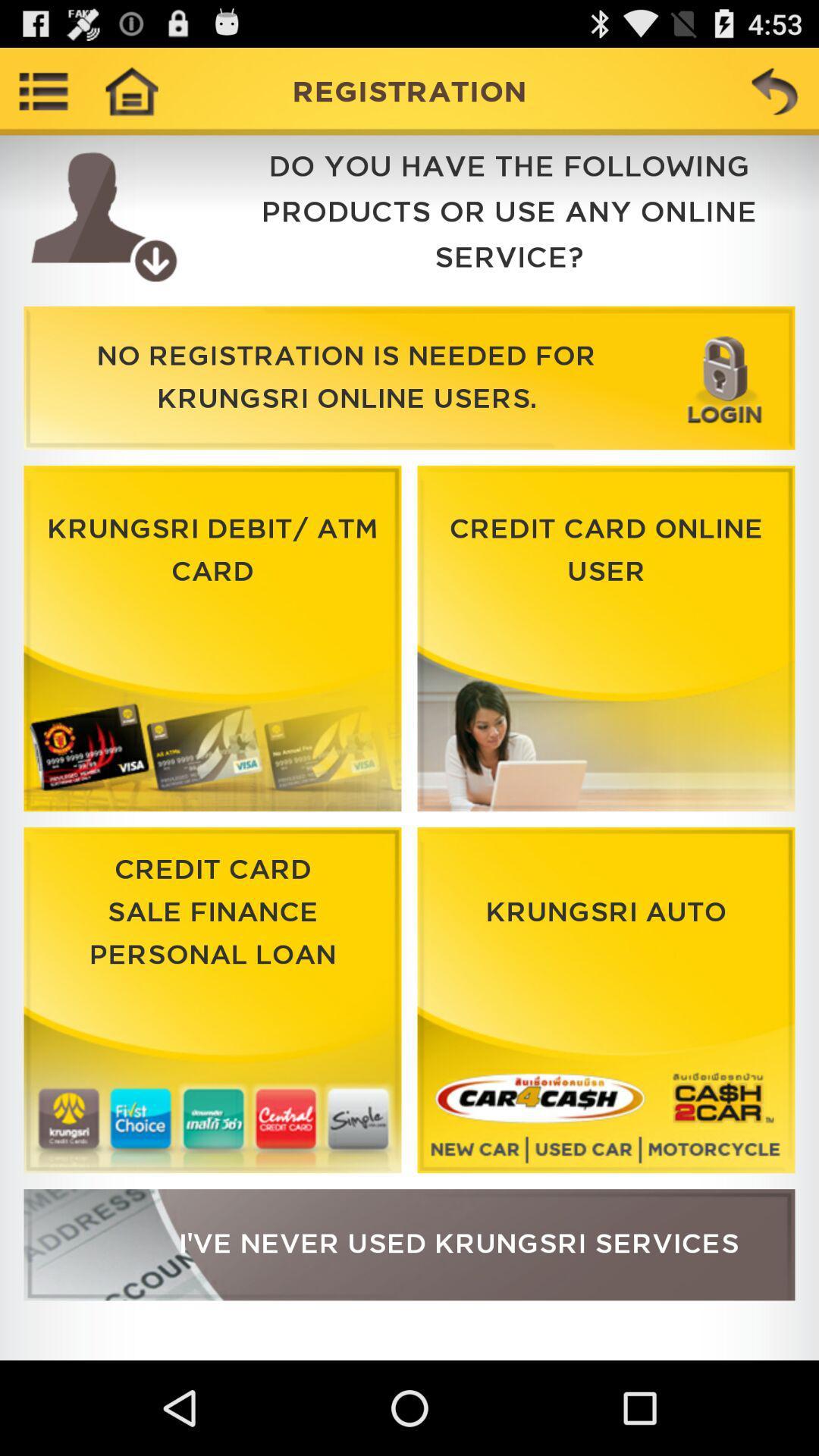 The height and width of the screenshot is (1456, 819). What do you see at coordinates (212, 639) in the screenshot?
I see `logo` at bounding box center [212, 639].